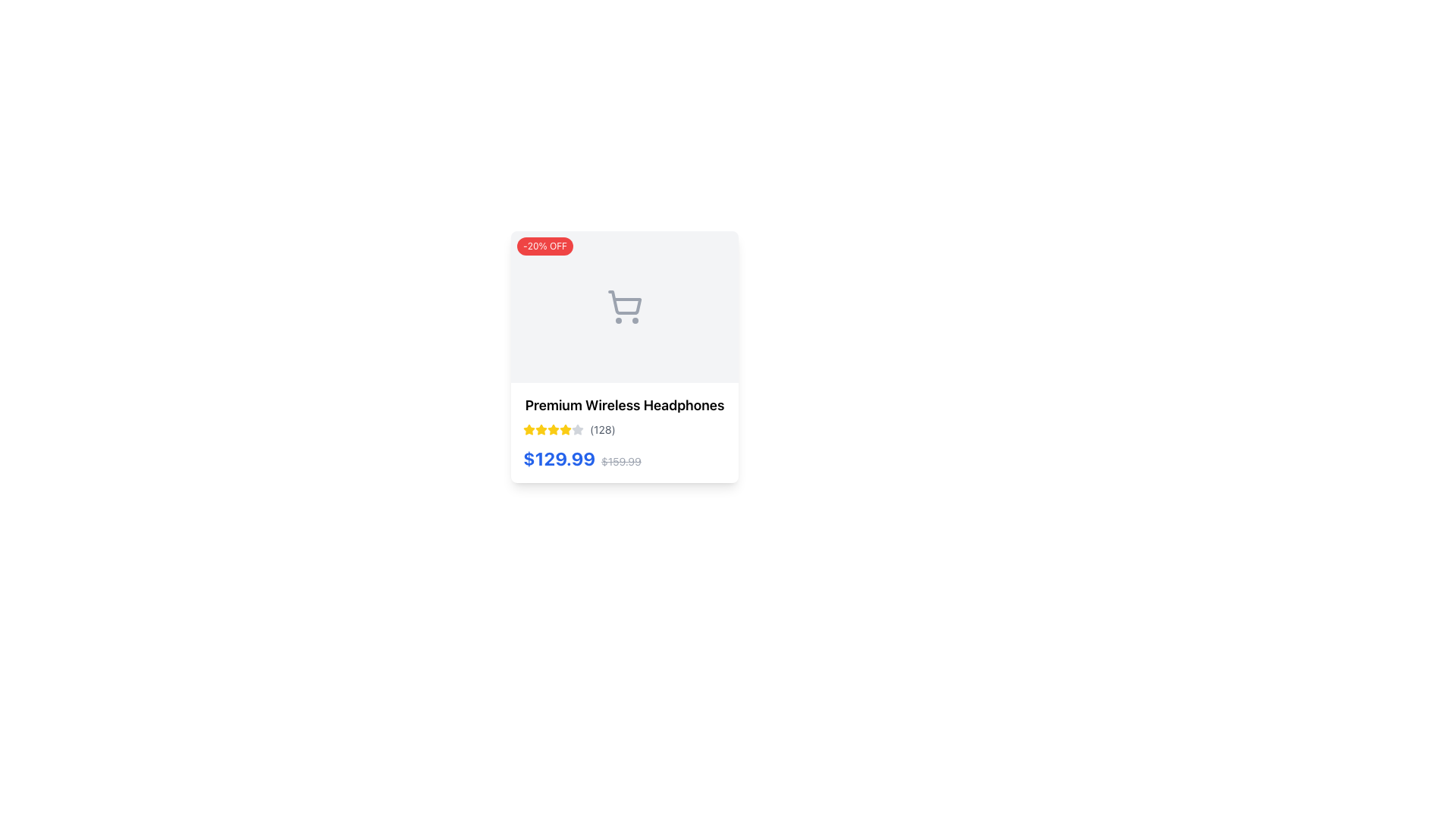  What do you see at coordinates (577, 430) in the screenshot?
I see `the sixth gray star icon in the rating bar` at bounding box center [577, 430].